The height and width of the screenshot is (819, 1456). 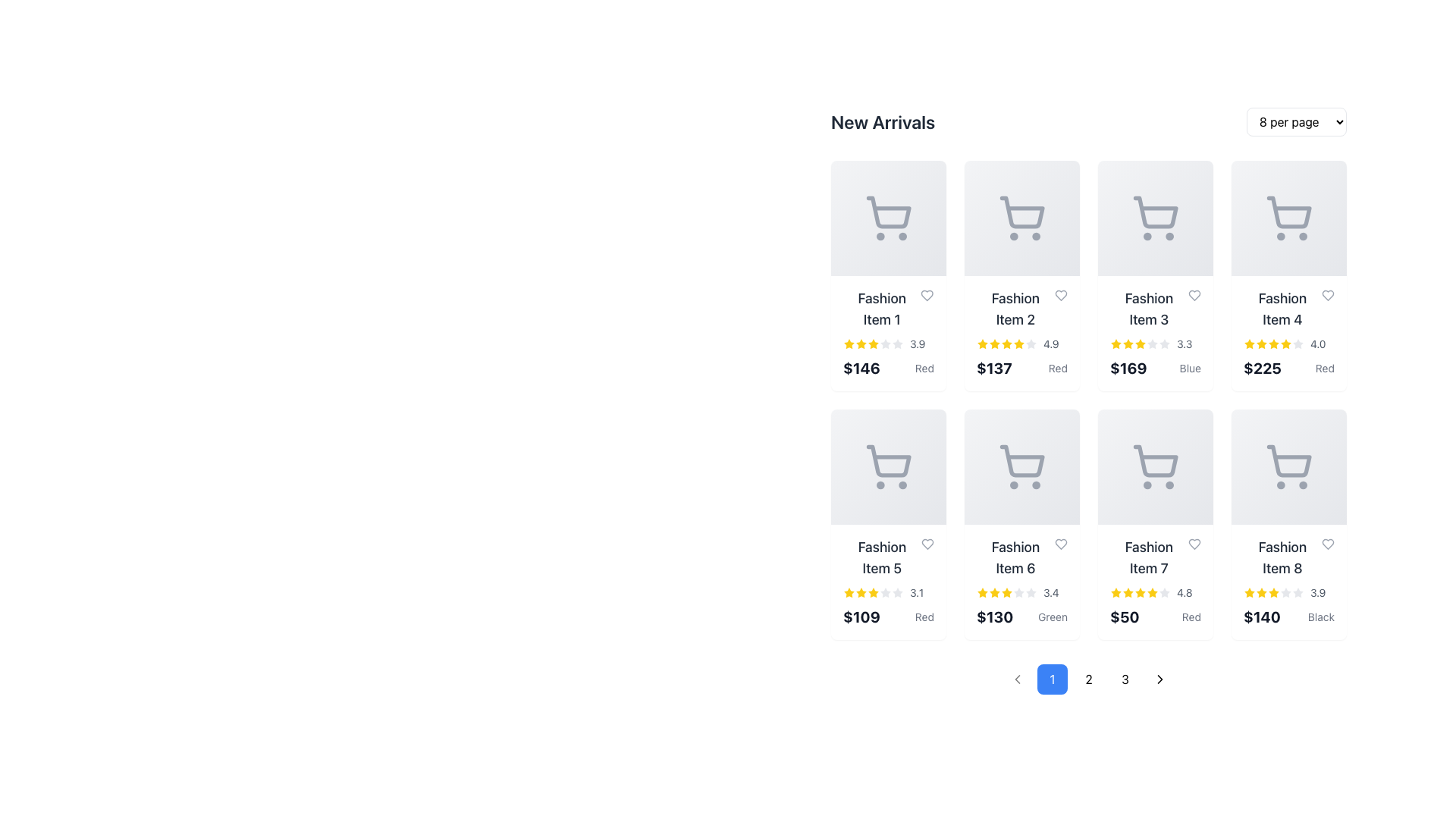 What do you see at coordinates (1128, 344) in the screenshot?
I see `the visual representation of the 3.3-star rating icon for 'Fashion Item 3', which is the third star in a sequence of five stars in the product grid` at bounding box center [1128, 344].